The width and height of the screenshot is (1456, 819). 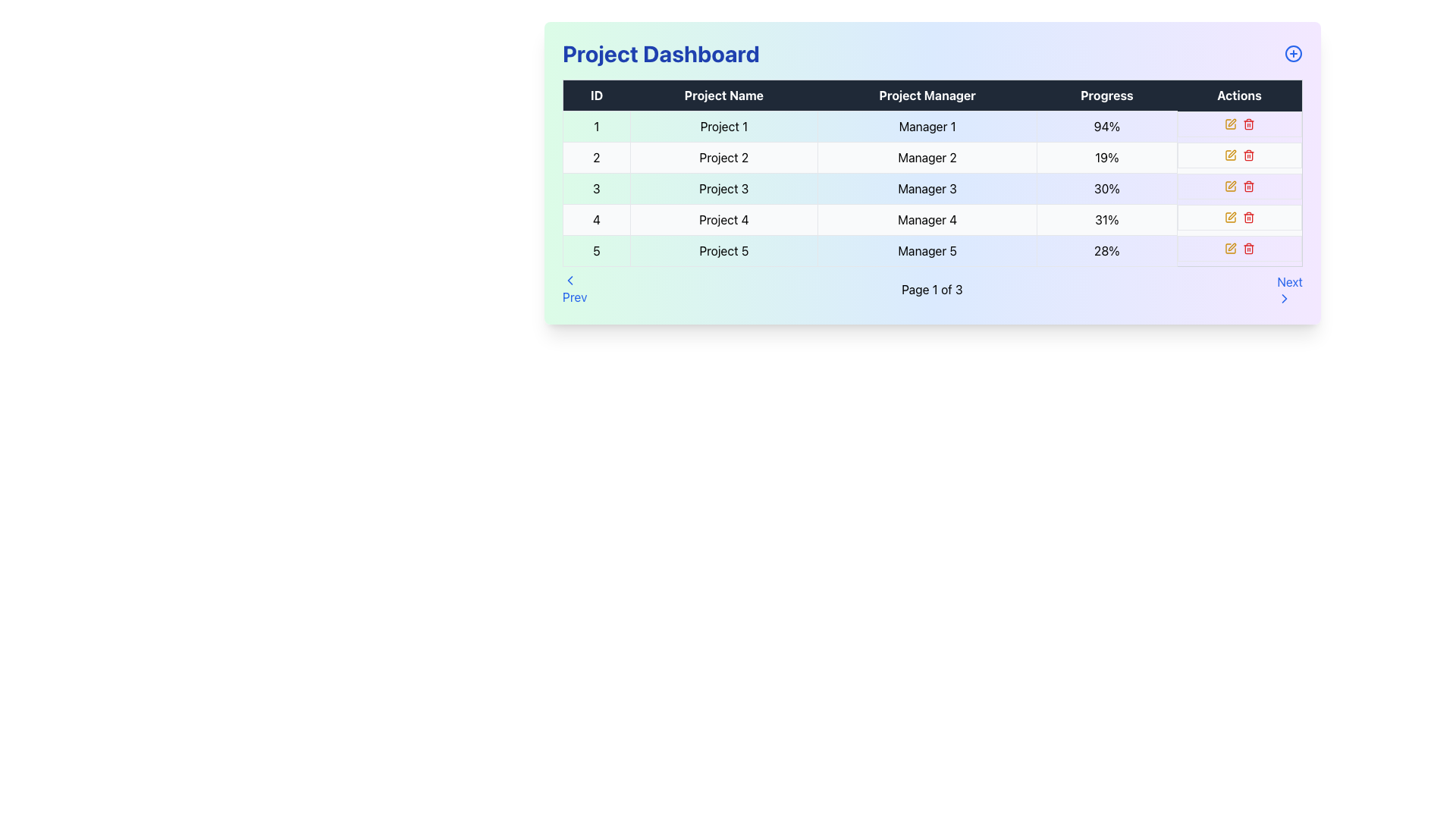 I want to click on the Table Header Cell that indicates the 'Actions' column, located as the fifth column header in the table's header row, so click(x=1239, y=96).